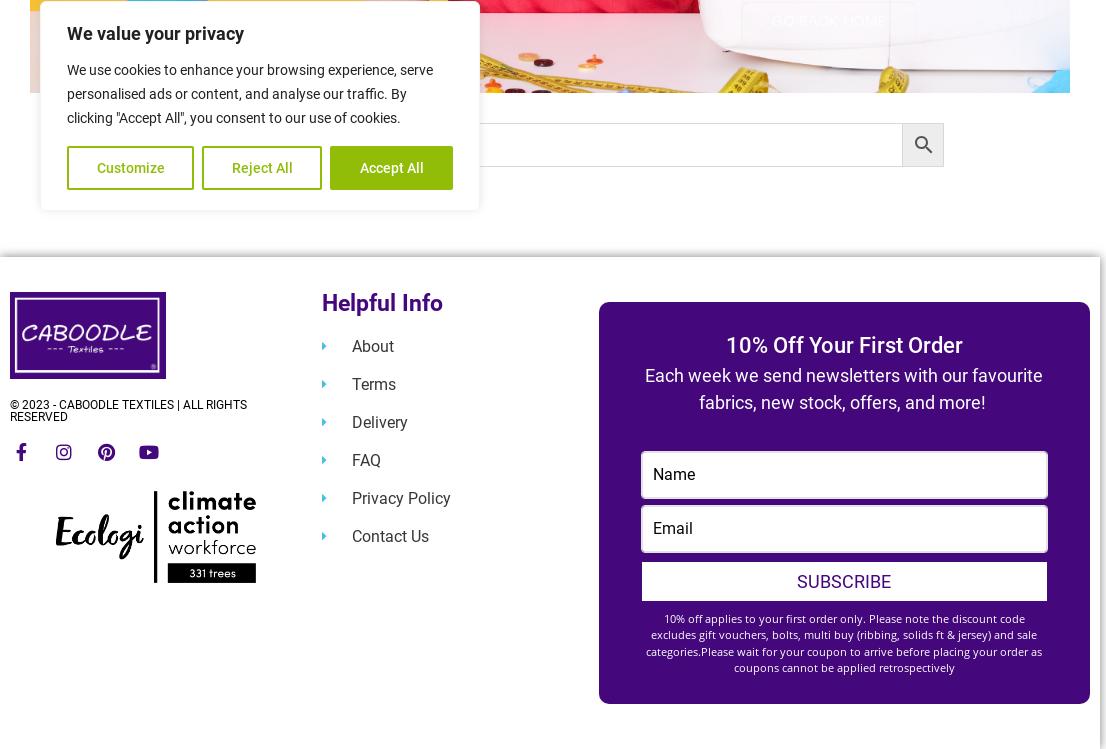  What do you see at coordinates (351, 496) in the screenshot?
I see `'Privacy Policy'` at bounding box center [351, 496].